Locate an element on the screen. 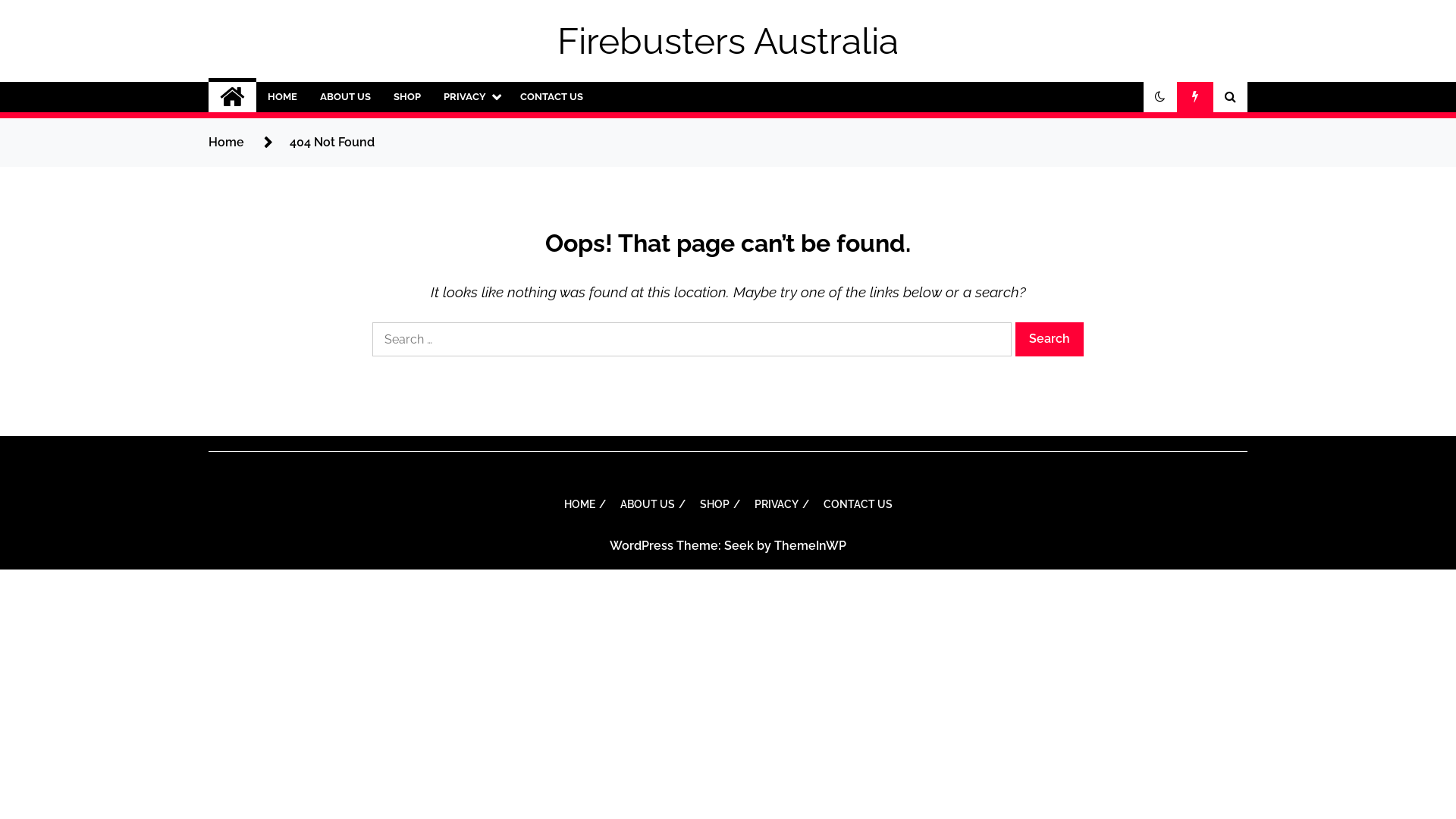 The image size is (1456, 819). 'Search' is located at coordinates (1015, 338).